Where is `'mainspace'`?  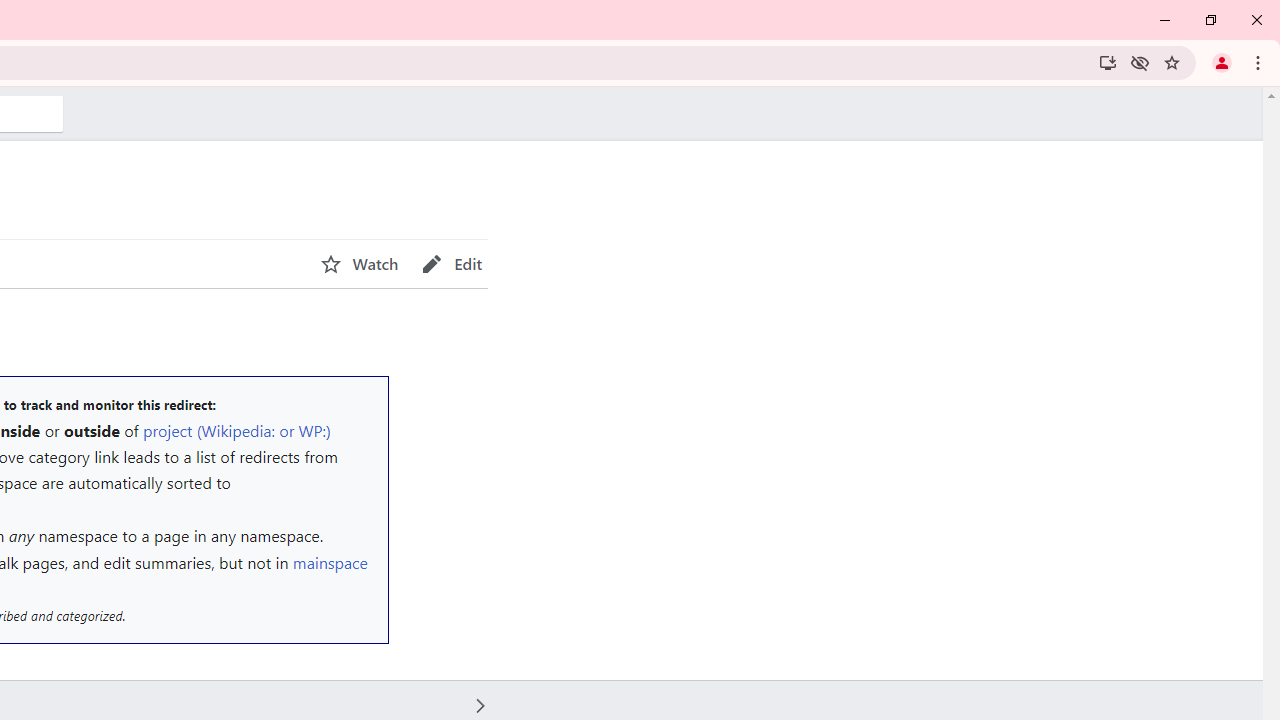
'mainspace' is located at coordinates (330, 561).